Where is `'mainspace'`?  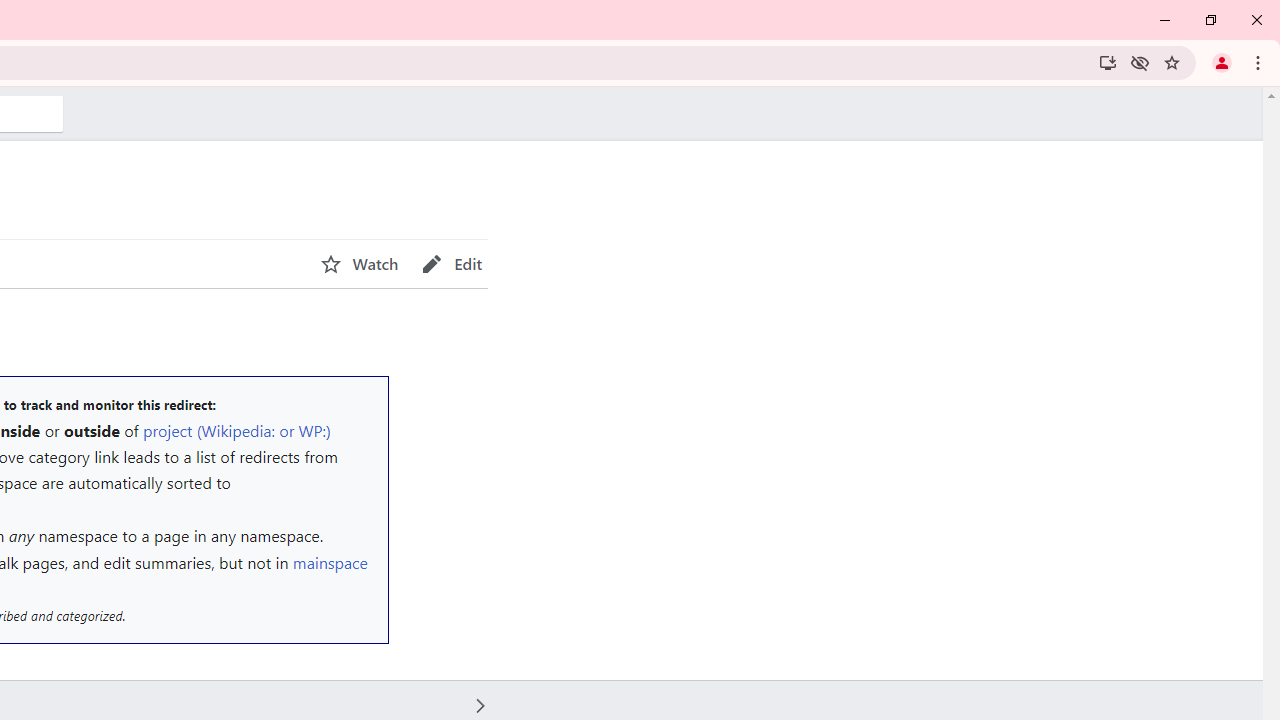
'mainspace' is located at coordinates (330, 561).